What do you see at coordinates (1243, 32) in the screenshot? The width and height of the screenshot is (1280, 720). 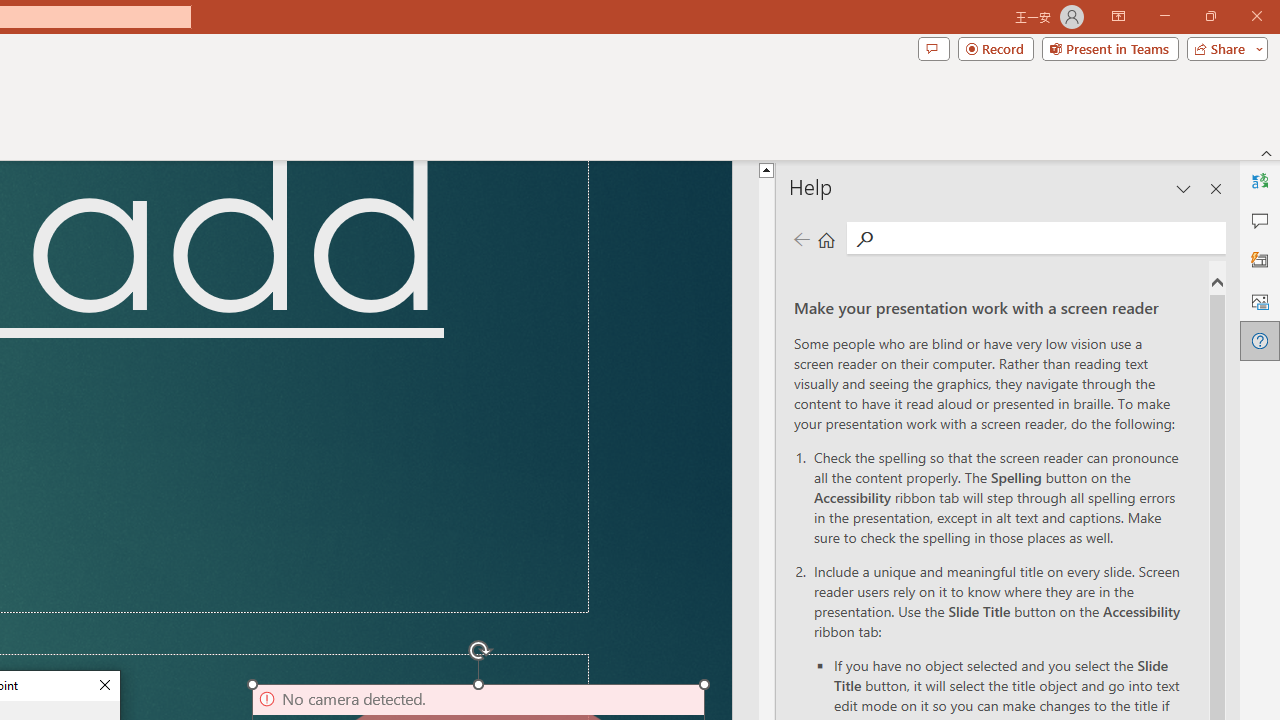 I see `'Close'` at bounding box center [1243, 32].